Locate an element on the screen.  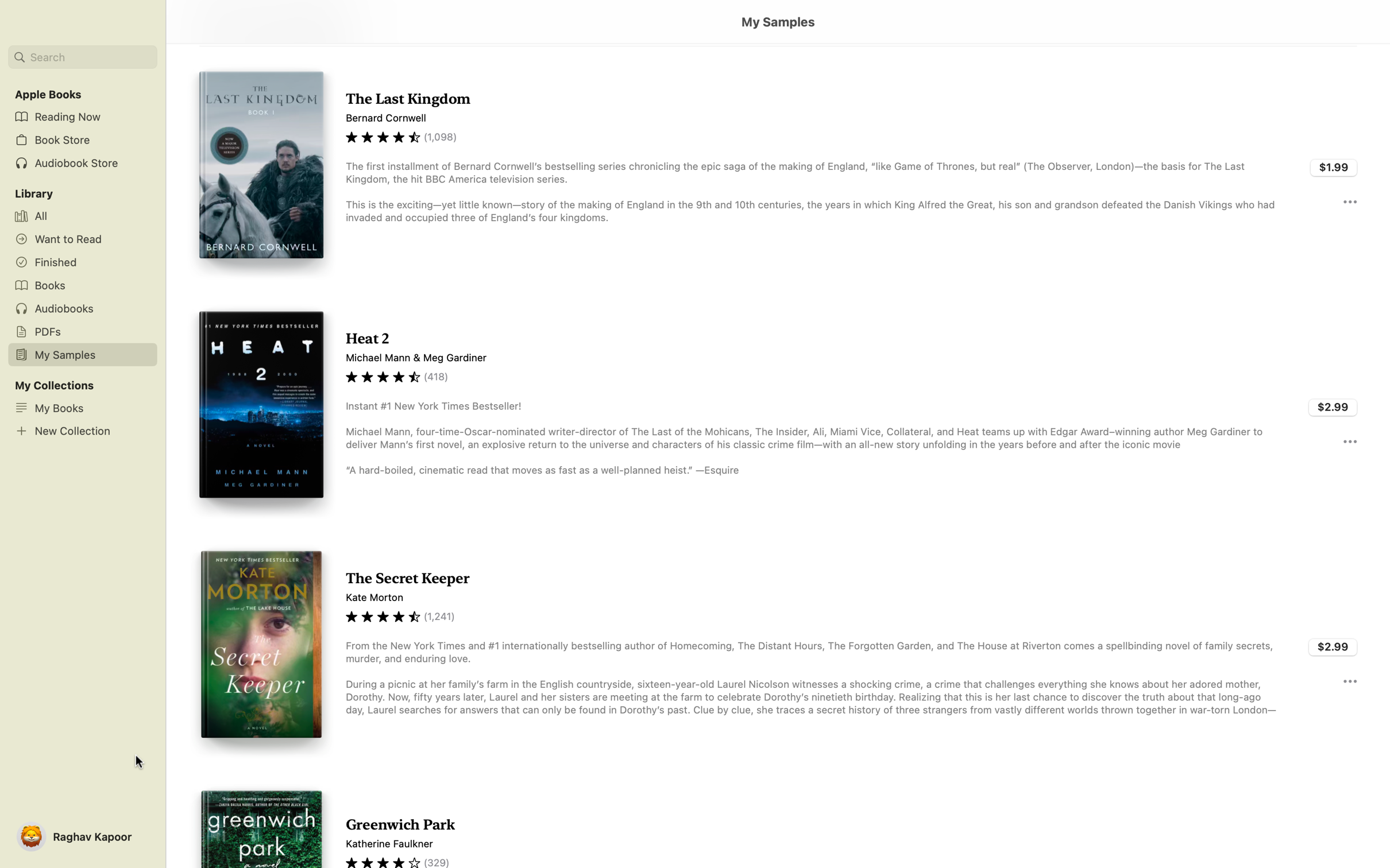
Carry out the instruction to display the "Greenwich Park" content is located at coordinates (777, 818).